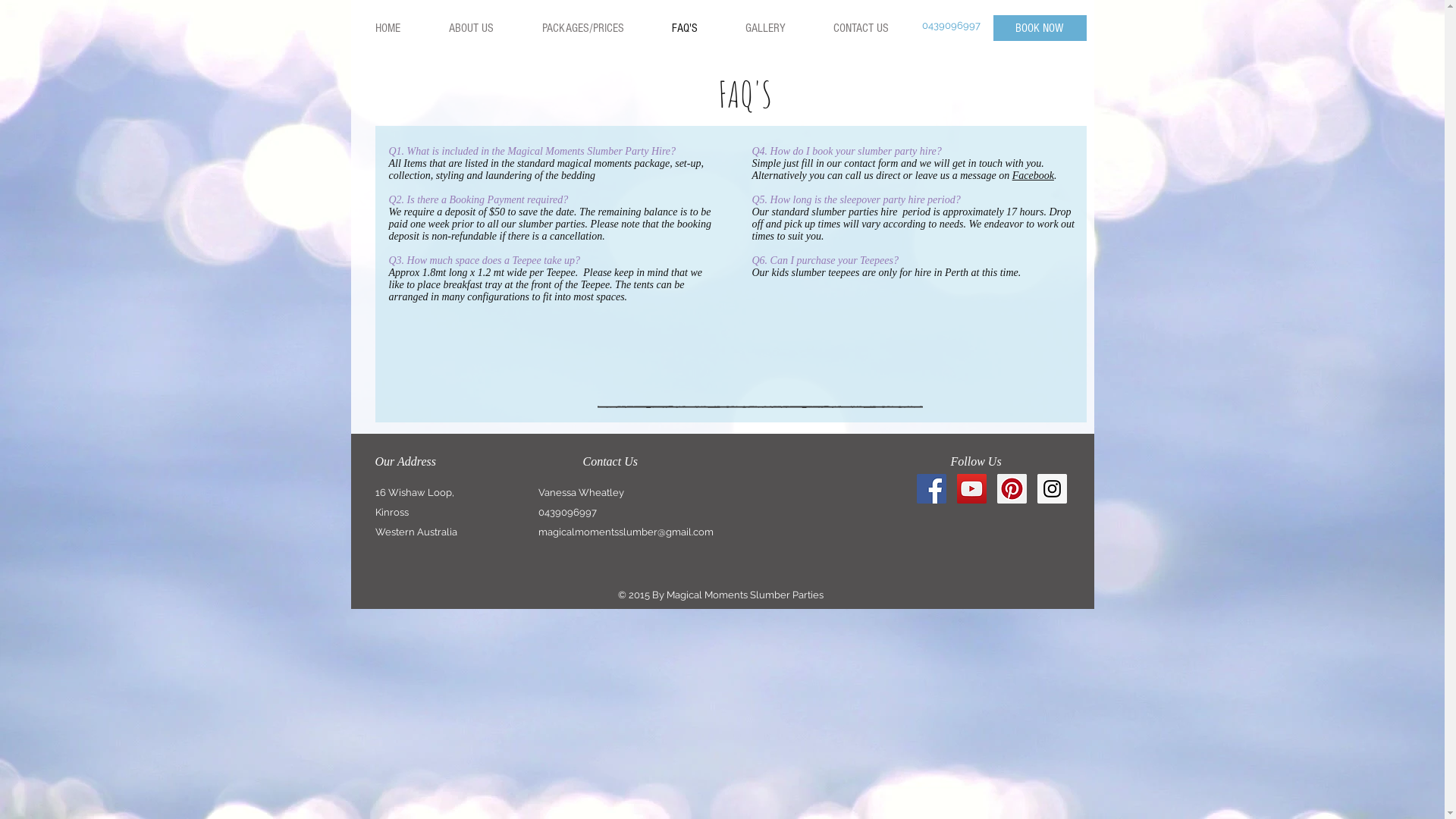  Describe the element at coordinates (993, 28) in the screenshot. I see `'BOOK NOW'` at that location.